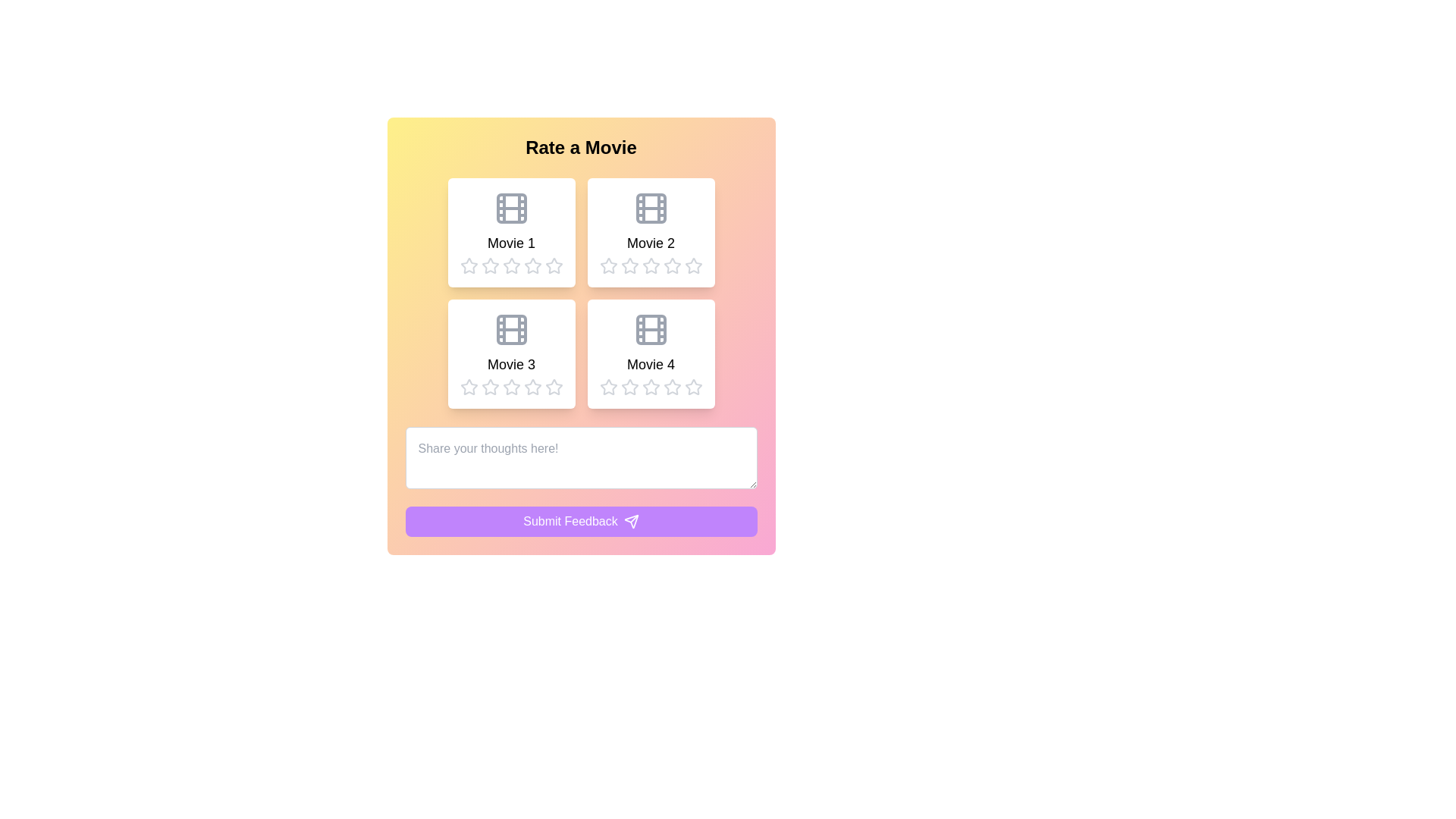 The width and height of the screenshot is (1456, 819). What do you see at coordinates (651, 365) in the screenshot?
I see `the 'Movie 4' label, which is a bold text element positioned centrally within the lower-right movie card in a grid layout` at bounding box center [651, 365].